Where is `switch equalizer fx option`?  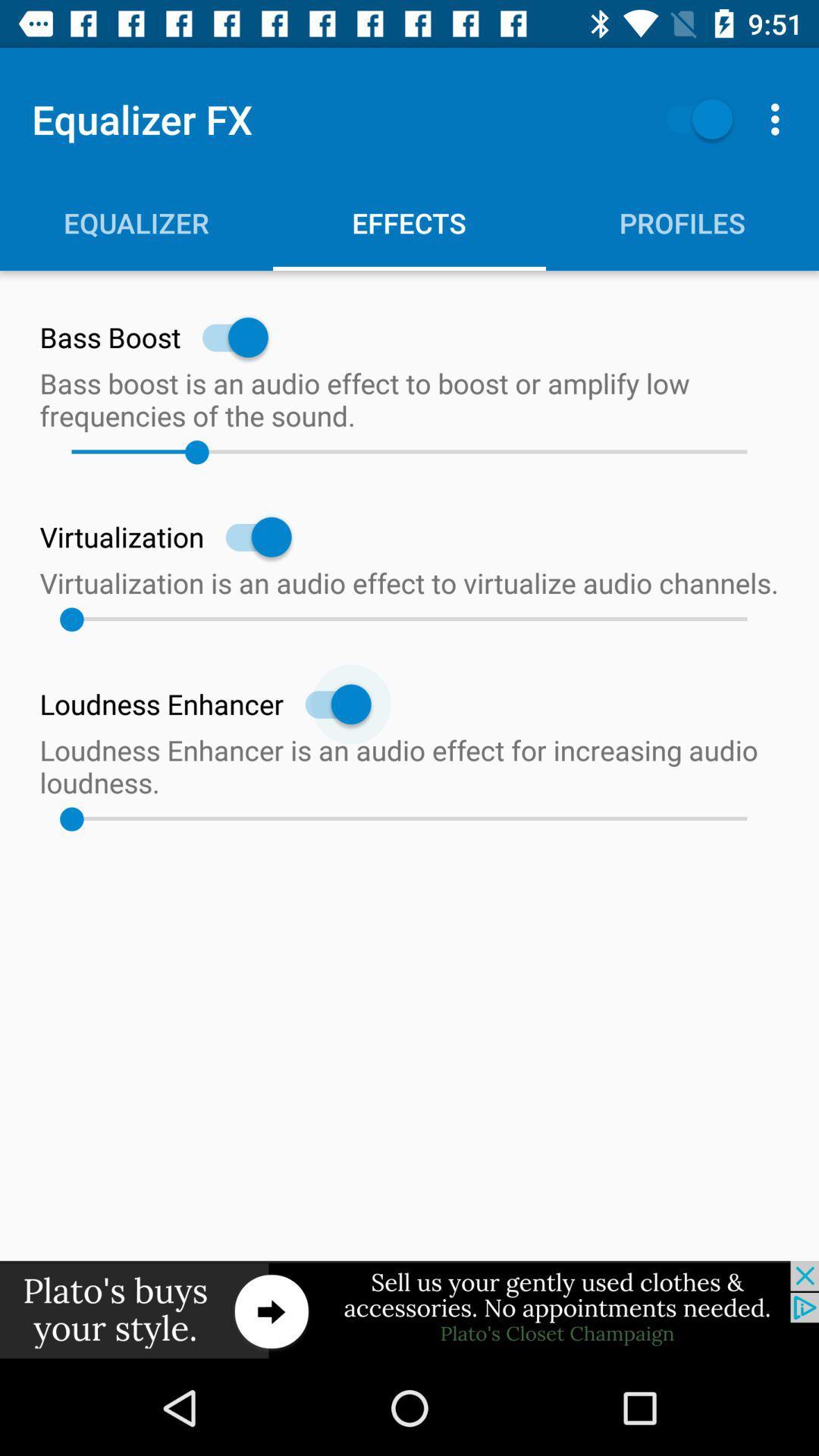
switch equalizer fx option is located at coordinates (692, 118).